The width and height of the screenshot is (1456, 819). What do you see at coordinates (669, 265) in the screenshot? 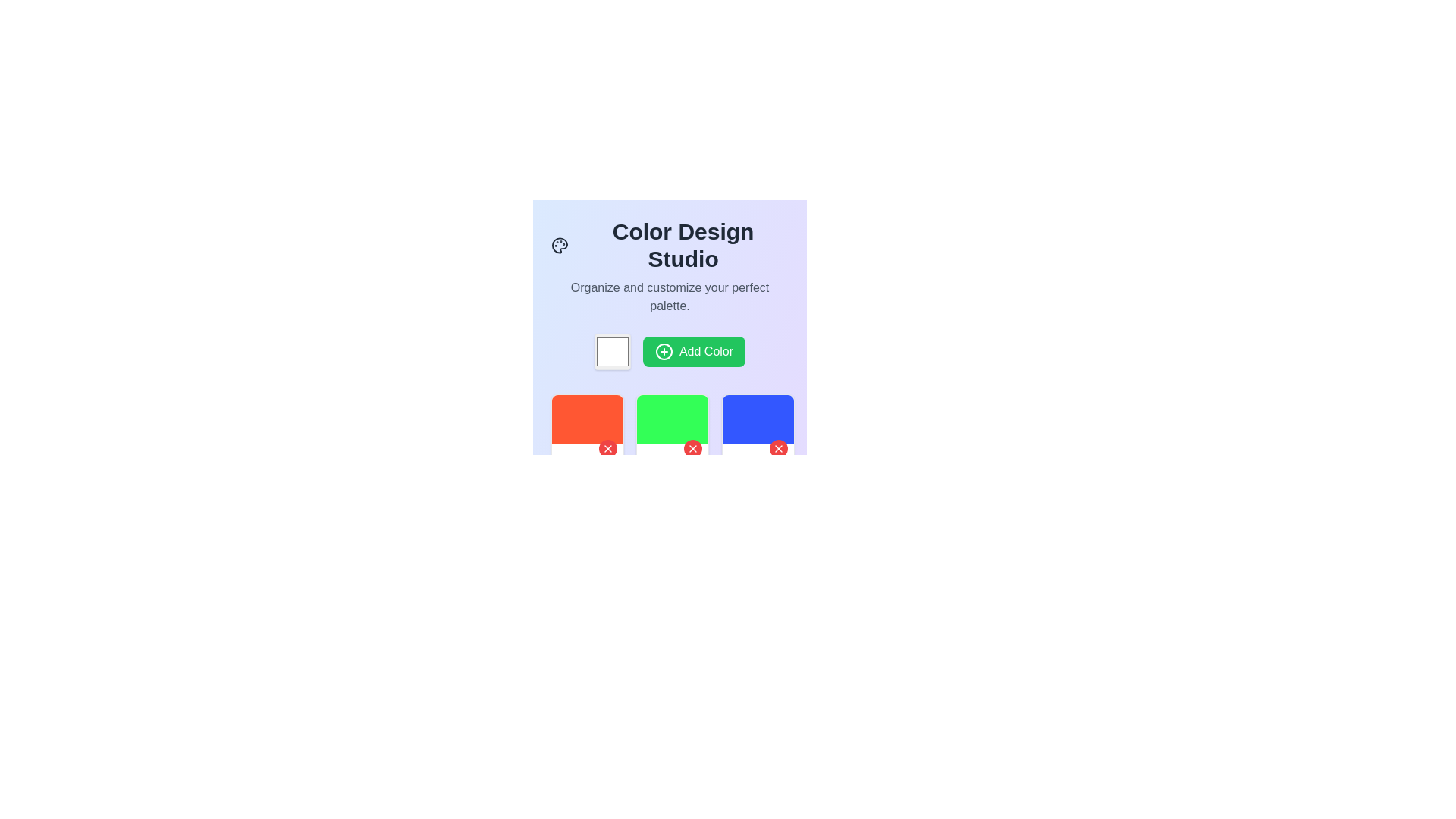
I see `text from the Header component titled 'Color Design Studio', which provides an overview of features related to color management` at bounding box center [669, 265].